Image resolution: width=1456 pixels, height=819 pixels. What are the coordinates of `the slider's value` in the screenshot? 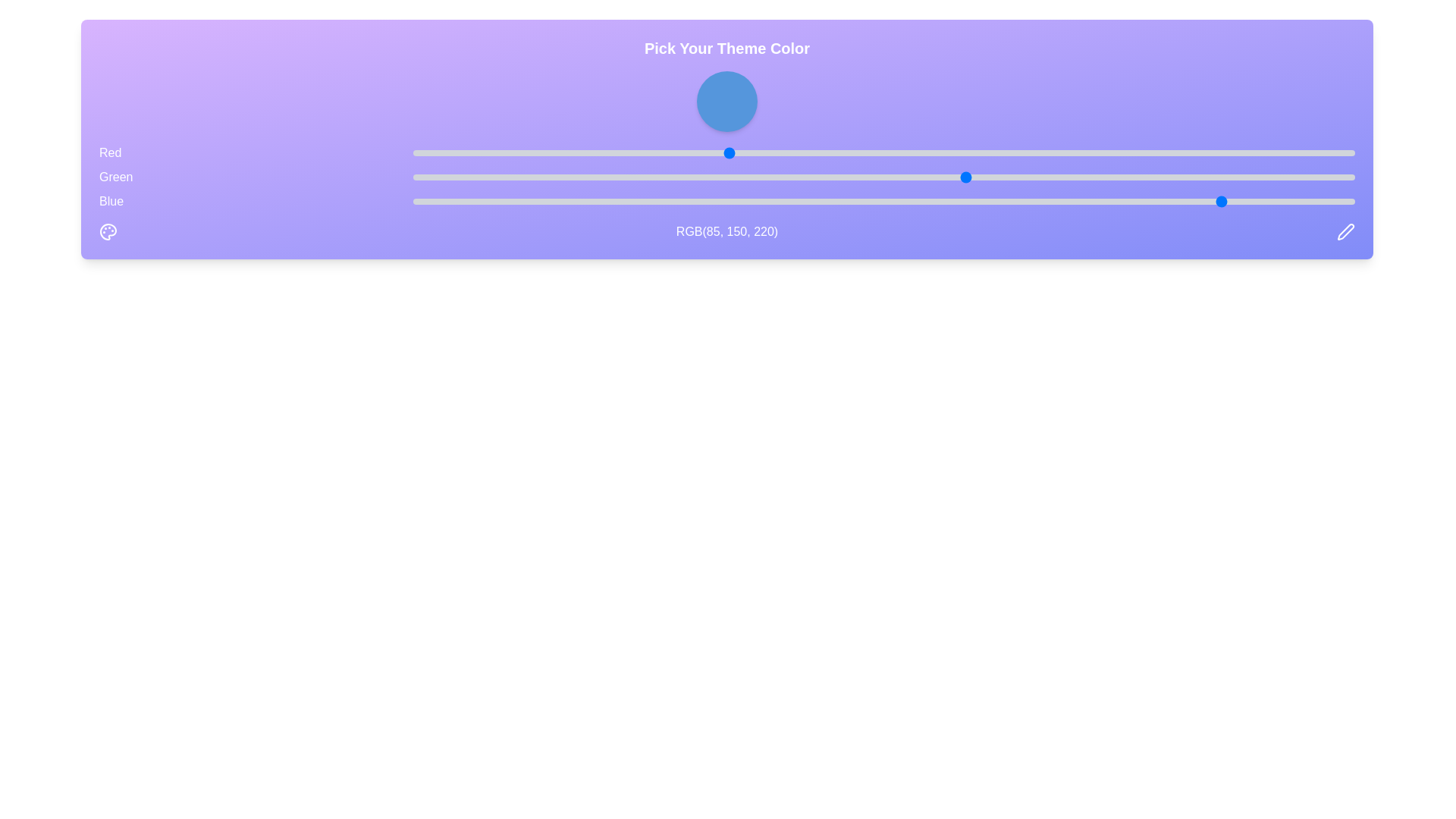 It's located at (1166, 152).